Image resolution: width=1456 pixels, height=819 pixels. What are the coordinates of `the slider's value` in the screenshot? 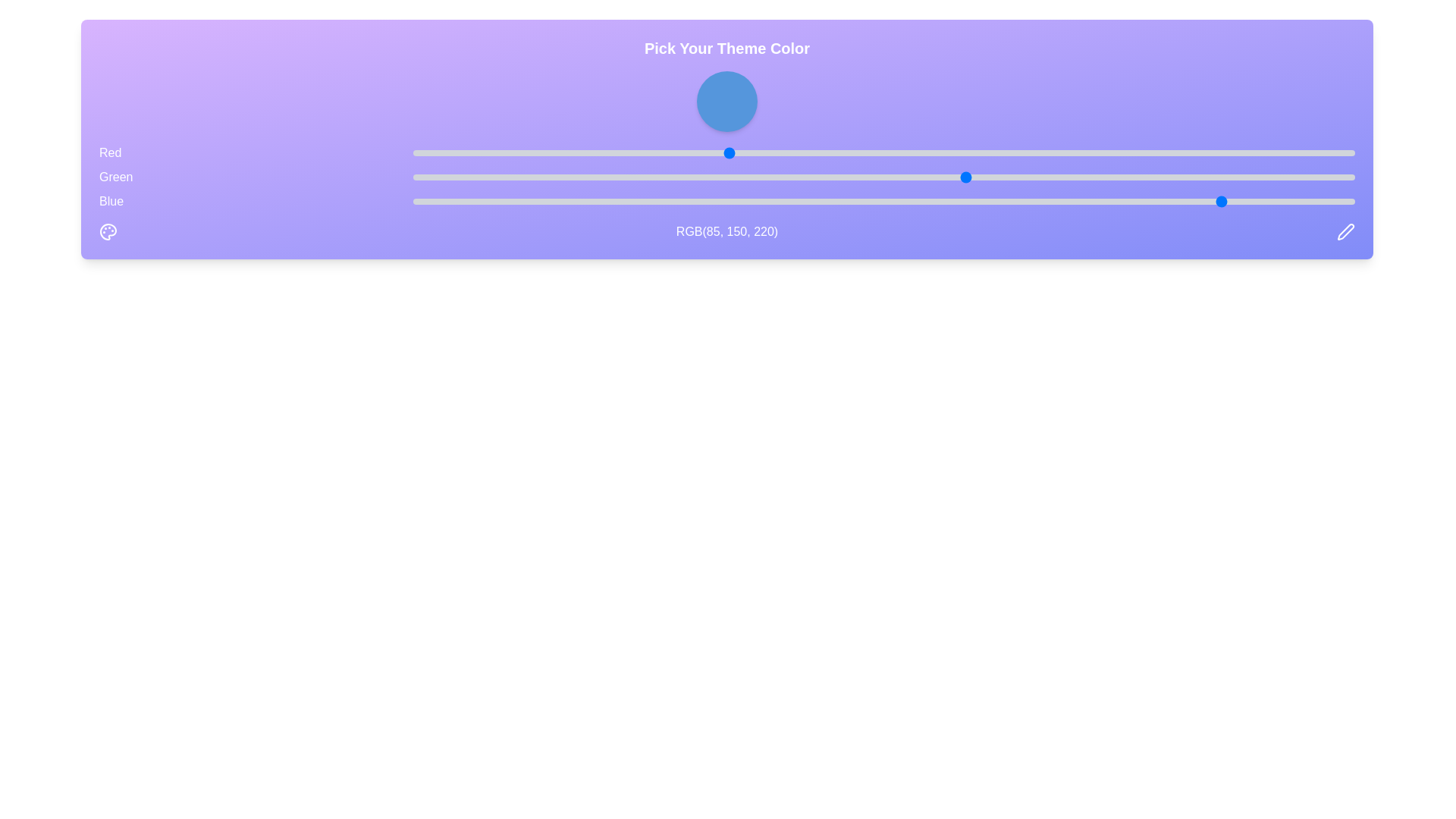 It's located at (1166, 152).